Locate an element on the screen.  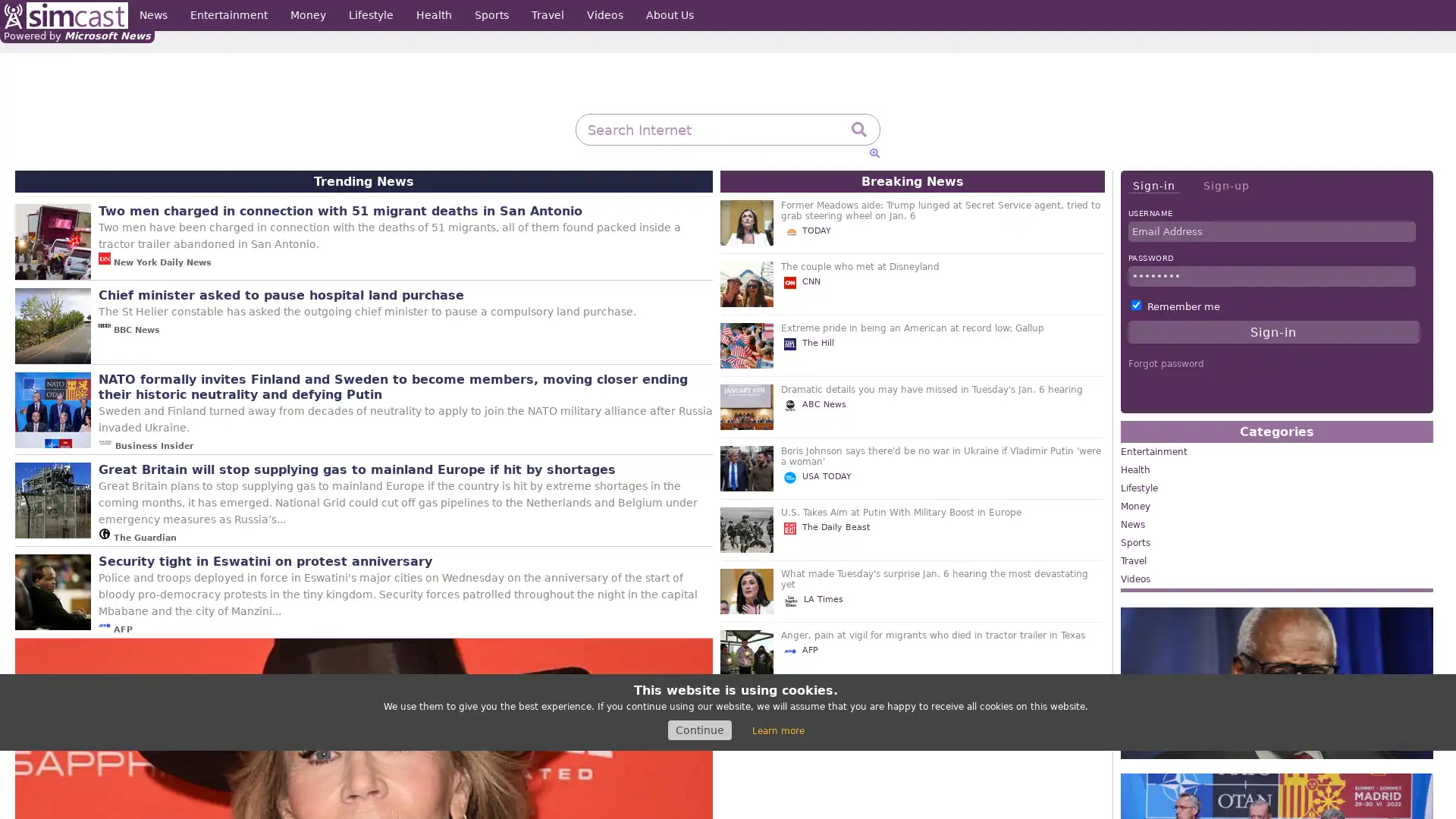
Sign-in is located at coordinates (1273, 331).